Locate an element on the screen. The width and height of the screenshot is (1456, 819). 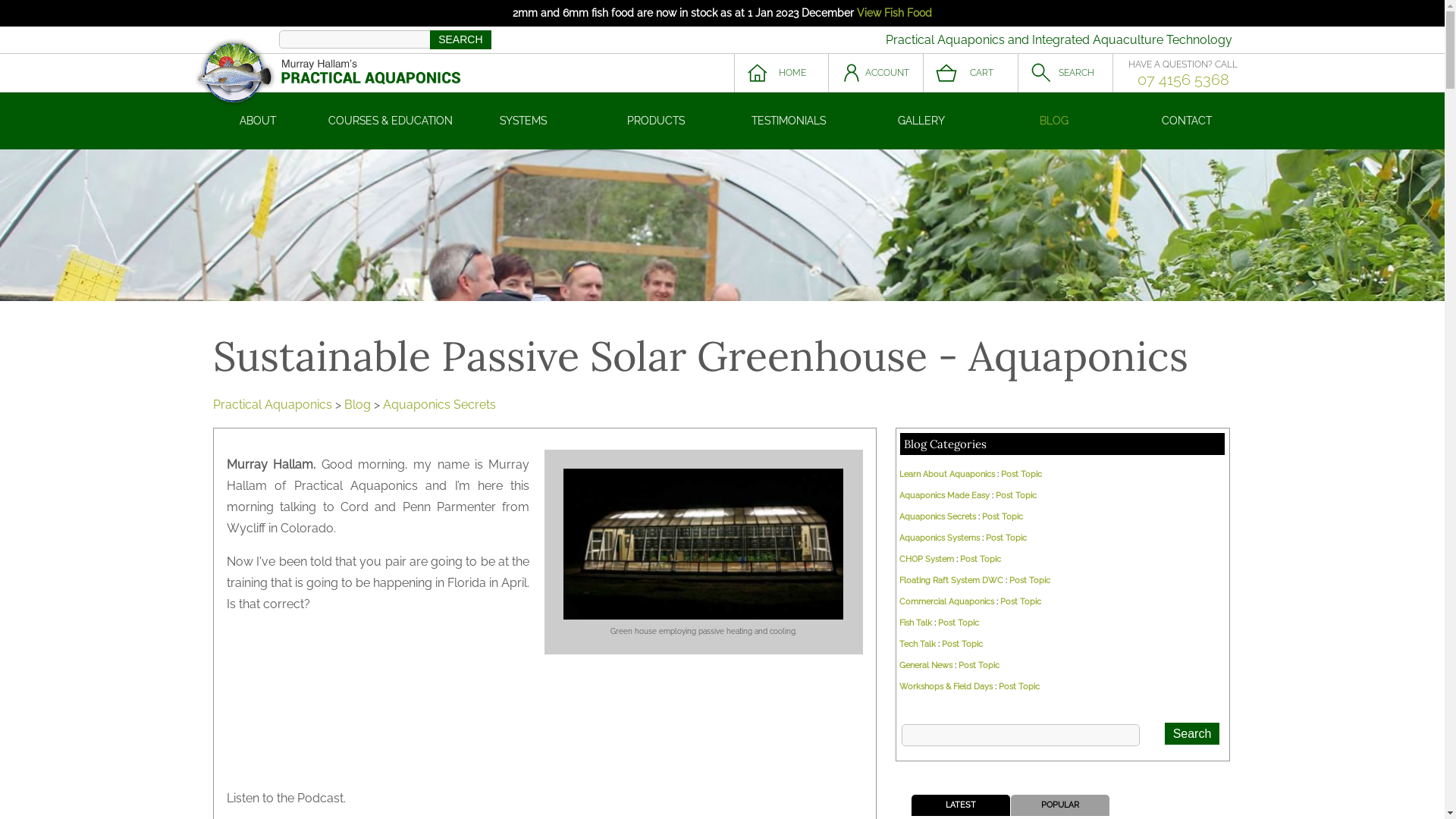
'Aquaponics Made Easy' is located at coordinates (943, 495).